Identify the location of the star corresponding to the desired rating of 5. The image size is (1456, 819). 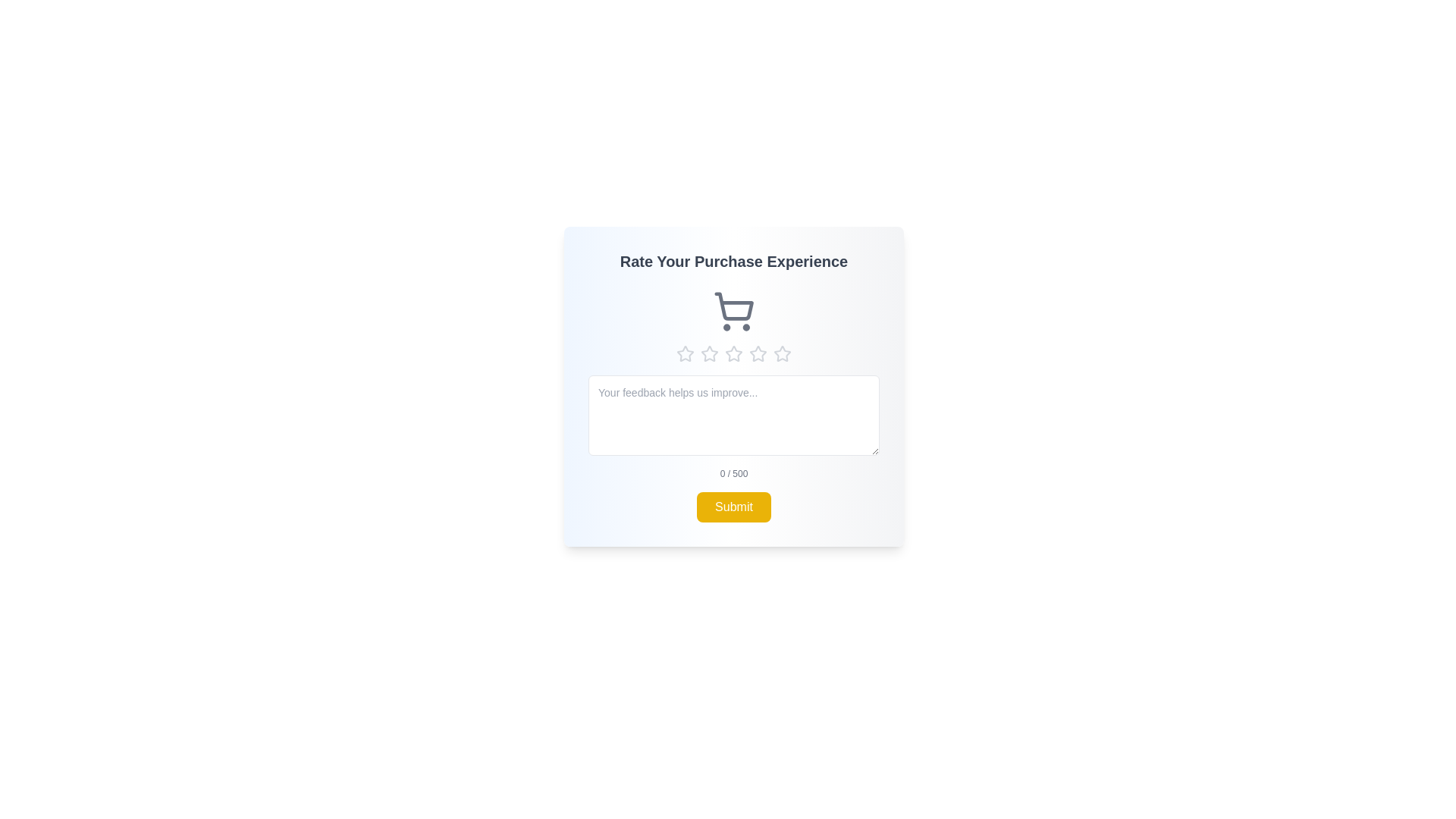
(783, 353).